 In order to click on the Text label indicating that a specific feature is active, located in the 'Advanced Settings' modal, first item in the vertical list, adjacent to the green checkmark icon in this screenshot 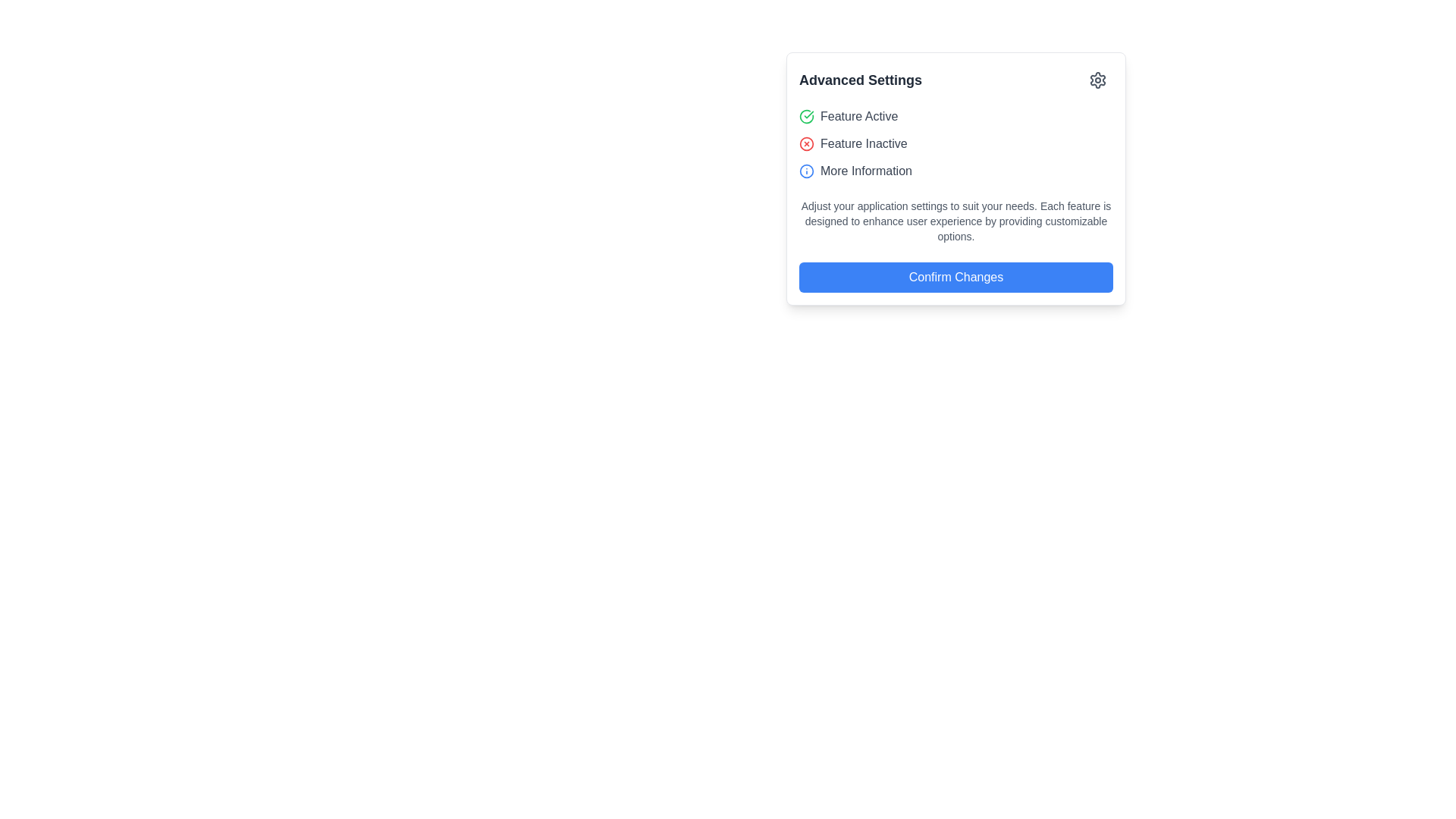, I will do `click(859, 116)`.